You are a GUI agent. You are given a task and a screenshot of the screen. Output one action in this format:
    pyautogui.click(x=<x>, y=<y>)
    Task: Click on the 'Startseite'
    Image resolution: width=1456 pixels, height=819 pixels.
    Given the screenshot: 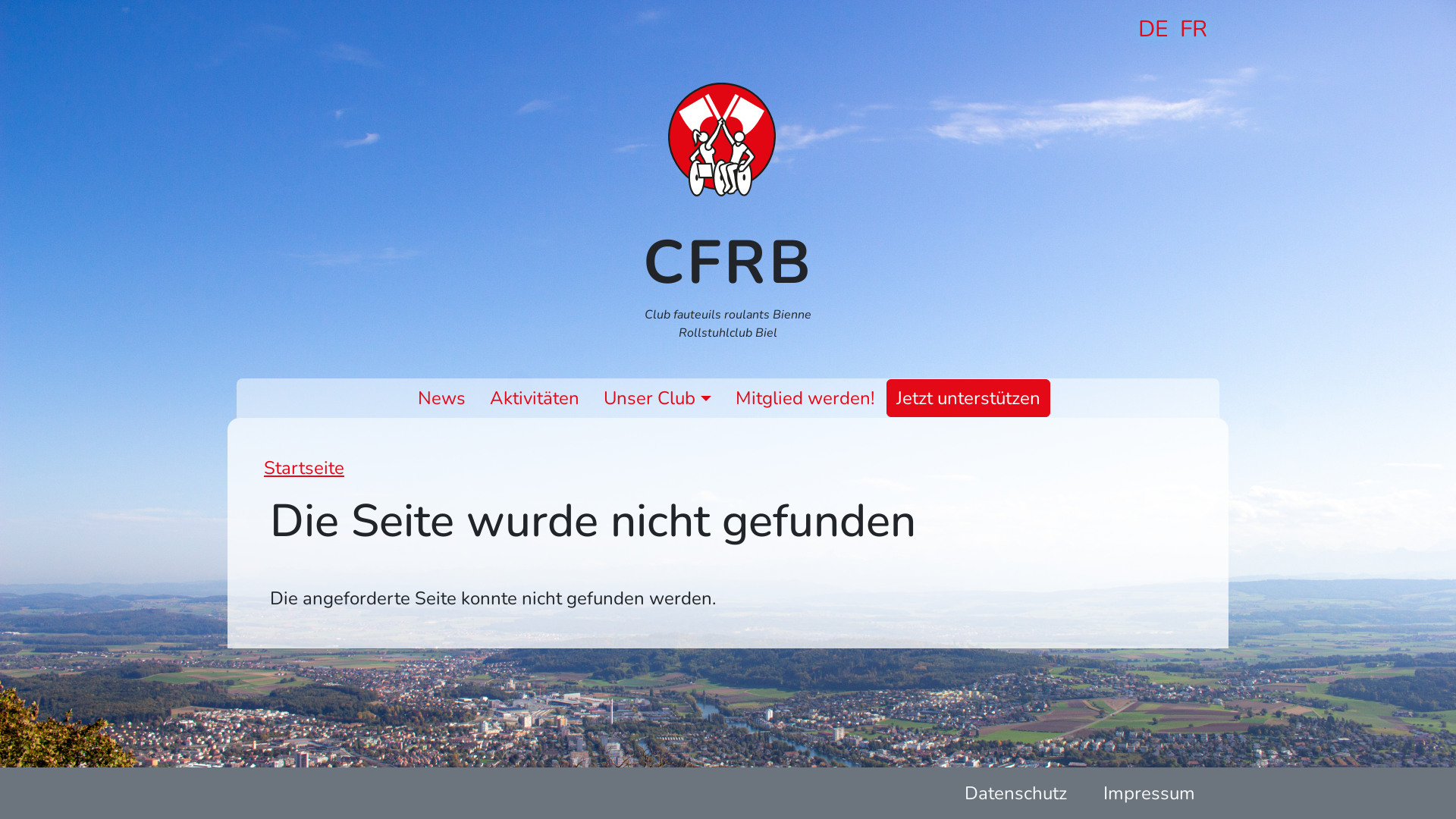 What is the action you would take?
    pyautogui.click(x=728, y=140)
    